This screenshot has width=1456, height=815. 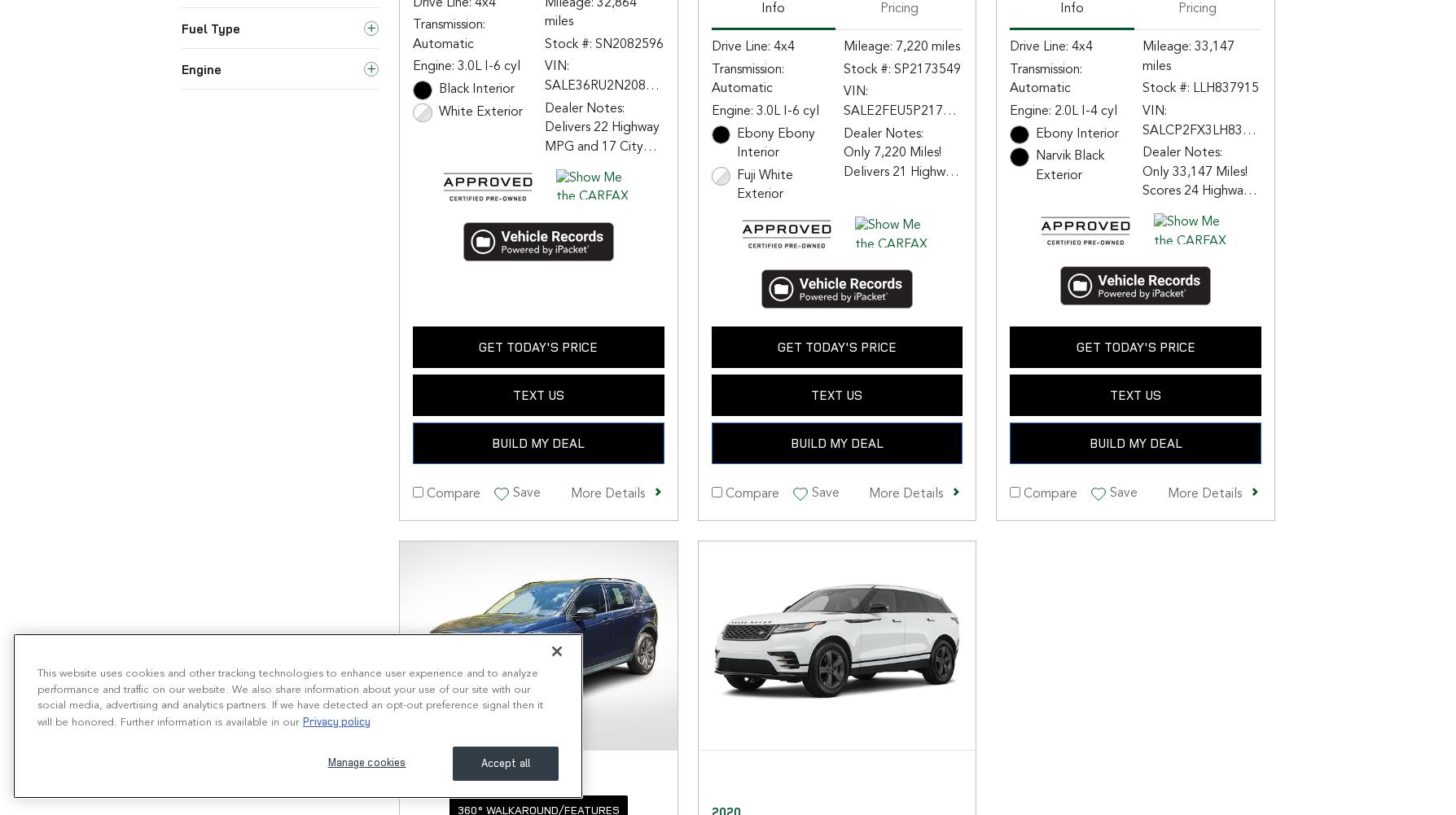 I want to click on 'Mileage: 7,220 miles', so click(x=843, y=46).